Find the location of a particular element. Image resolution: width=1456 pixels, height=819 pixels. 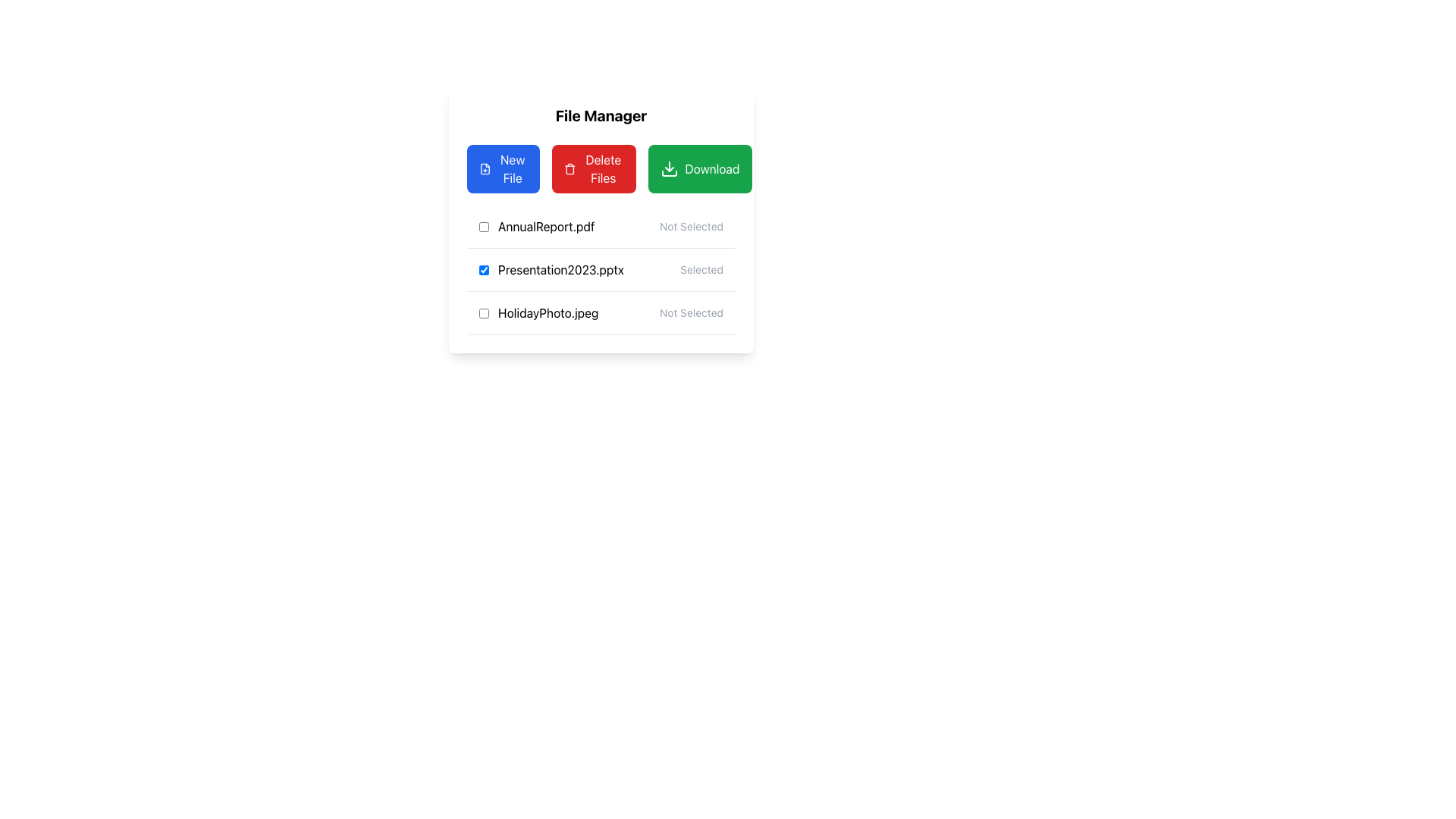

the text label styled as 'HolidayPhoto.jpeg', which is the third listed file in the File Manager section is located at coordinates (538, 312).